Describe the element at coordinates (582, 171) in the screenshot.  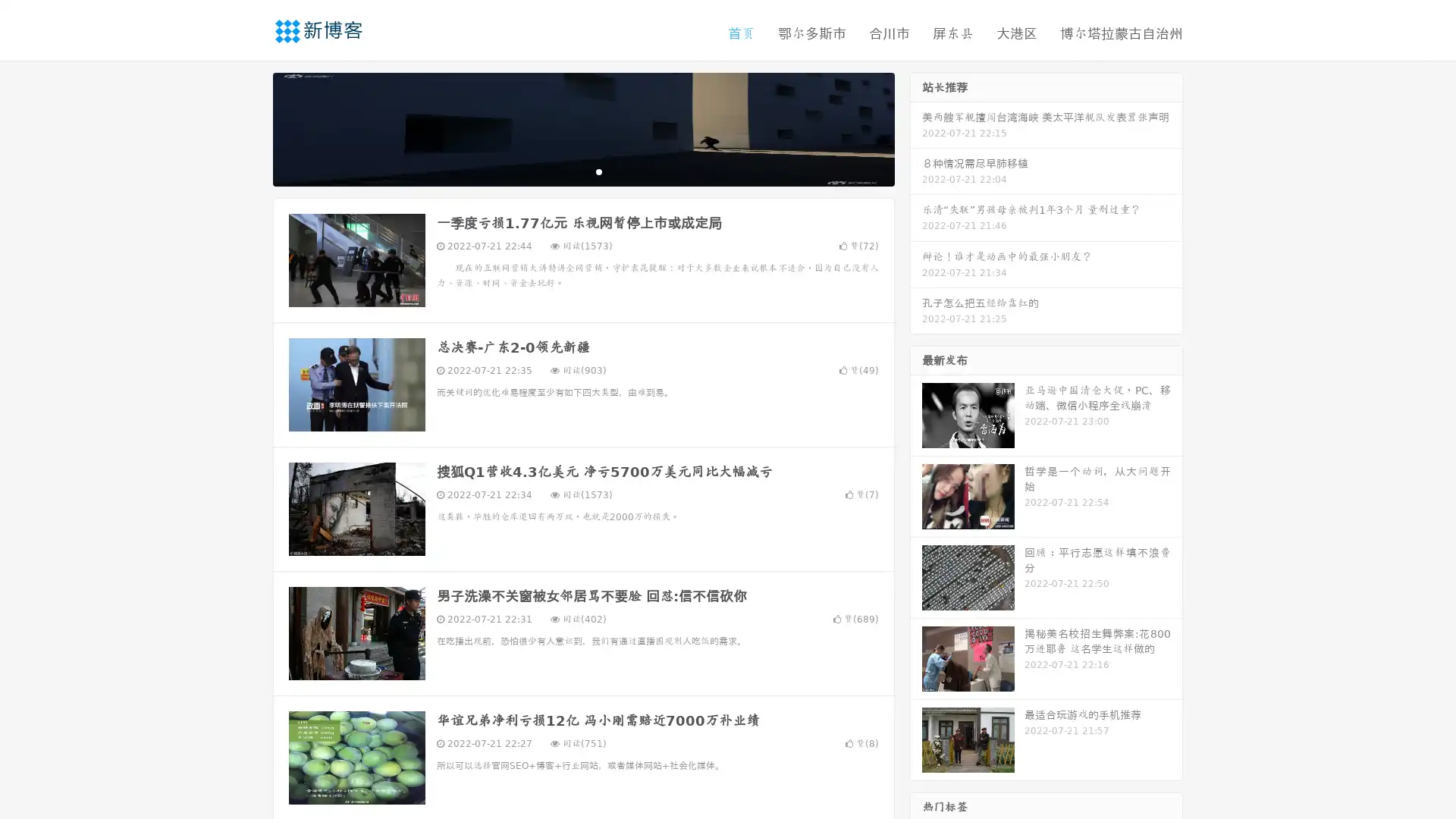
I see `Go to slide 2` at that location.